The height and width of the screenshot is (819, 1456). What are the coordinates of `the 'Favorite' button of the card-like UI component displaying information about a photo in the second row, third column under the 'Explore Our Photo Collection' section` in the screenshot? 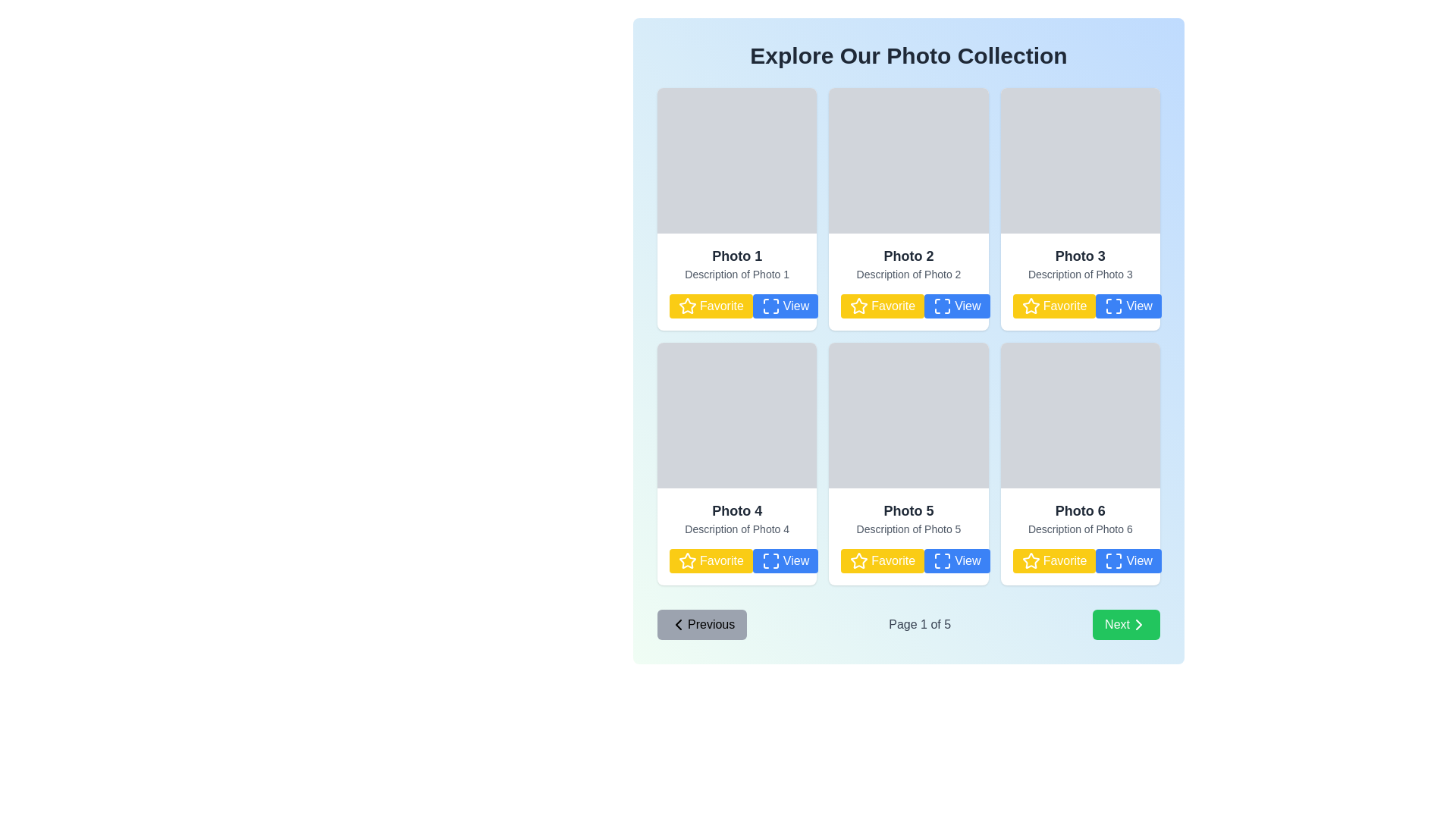 It's located at (1079, 281).